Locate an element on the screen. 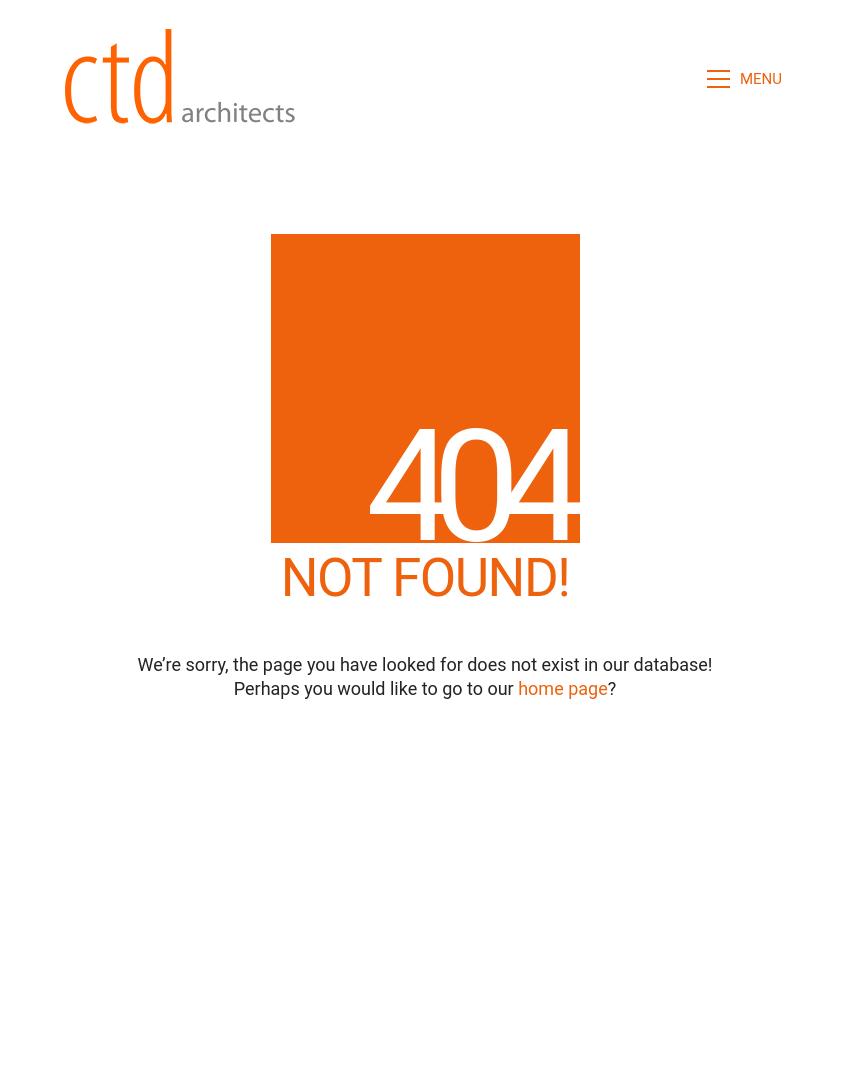  'CLOSE' is located at coordinates (738, 68).